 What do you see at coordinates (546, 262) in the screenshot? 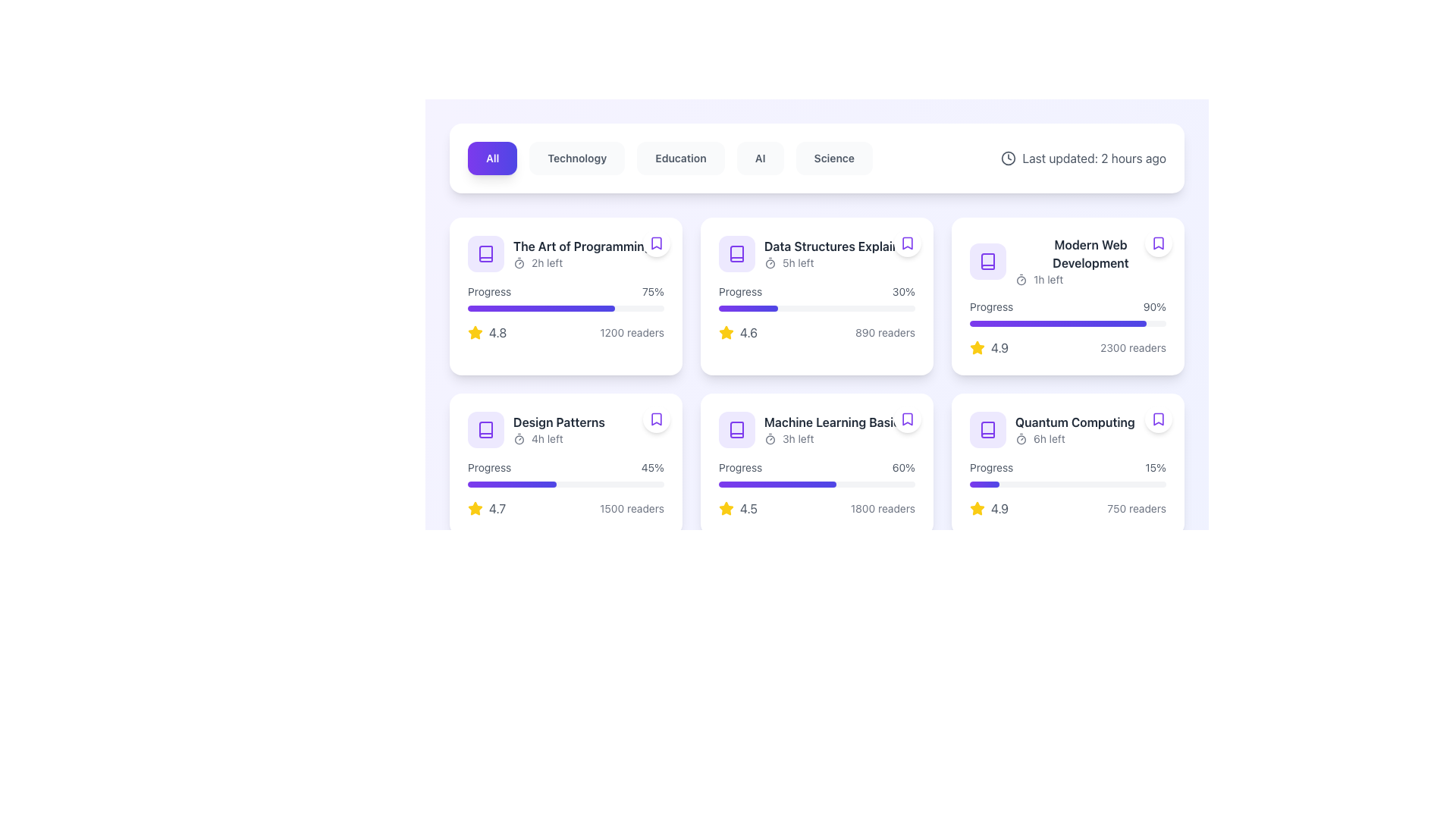
I see `the text label that displays '2h left', which is styled in a small, gray font and located to the right of a circular timer icon at the top left of the first card in the grid` at bounding box center [546, 262].